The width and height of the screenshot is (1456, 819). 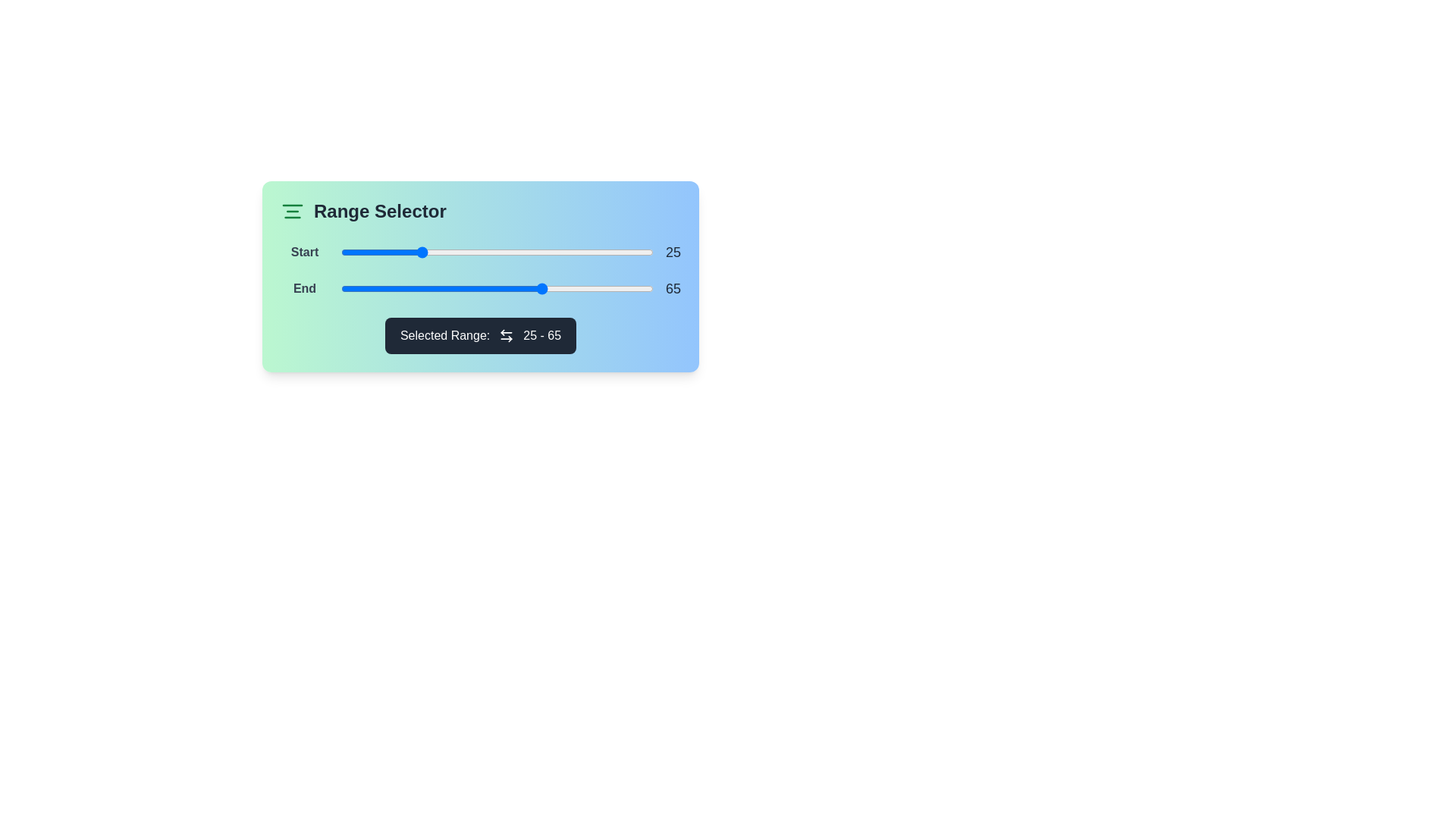 What do you see at coordinates (513, 251) in the screenshot?
I see `the start range slider to 55` at bounding box center [513, 251].